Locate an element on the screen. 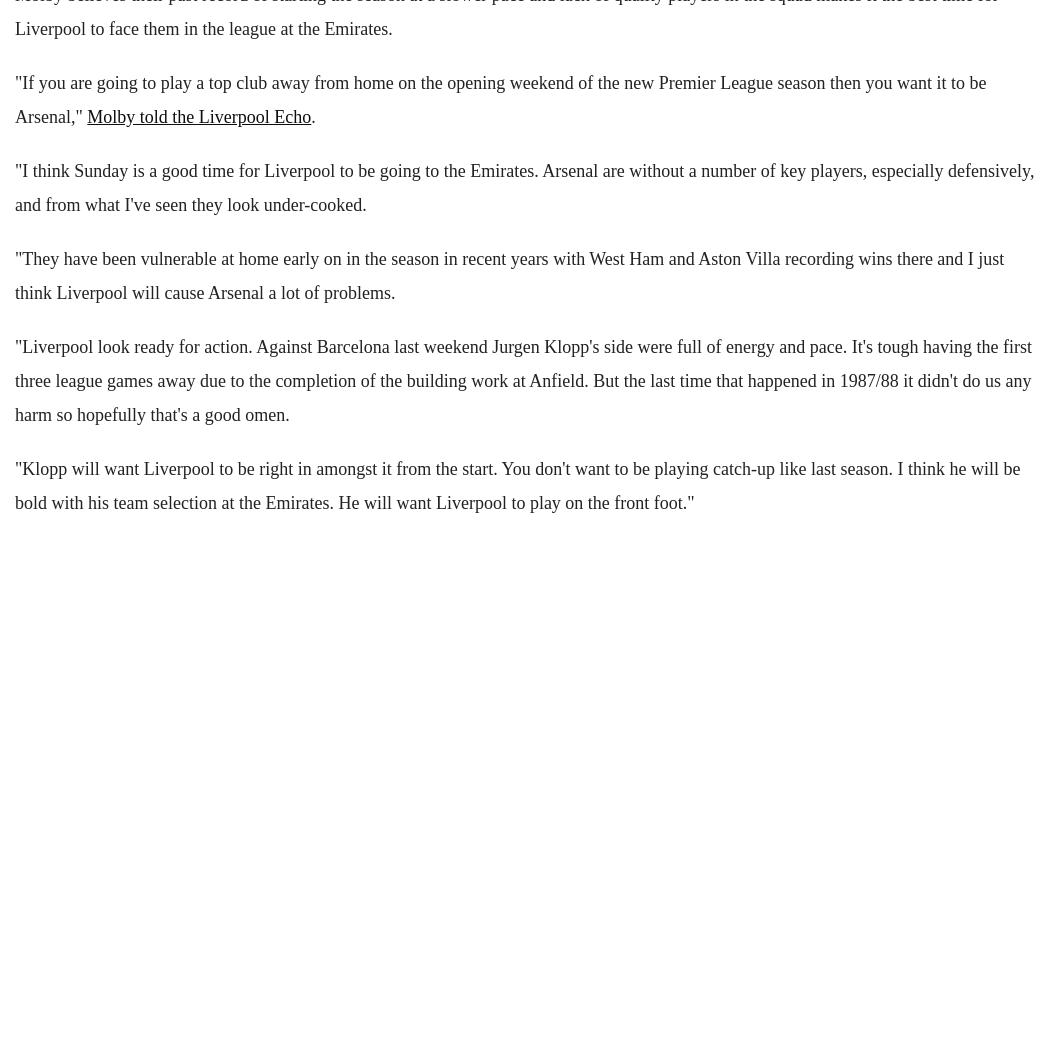 The image size is (1050, 1062). 'NOTICEBOARD' is located at coordinates (95, 558).